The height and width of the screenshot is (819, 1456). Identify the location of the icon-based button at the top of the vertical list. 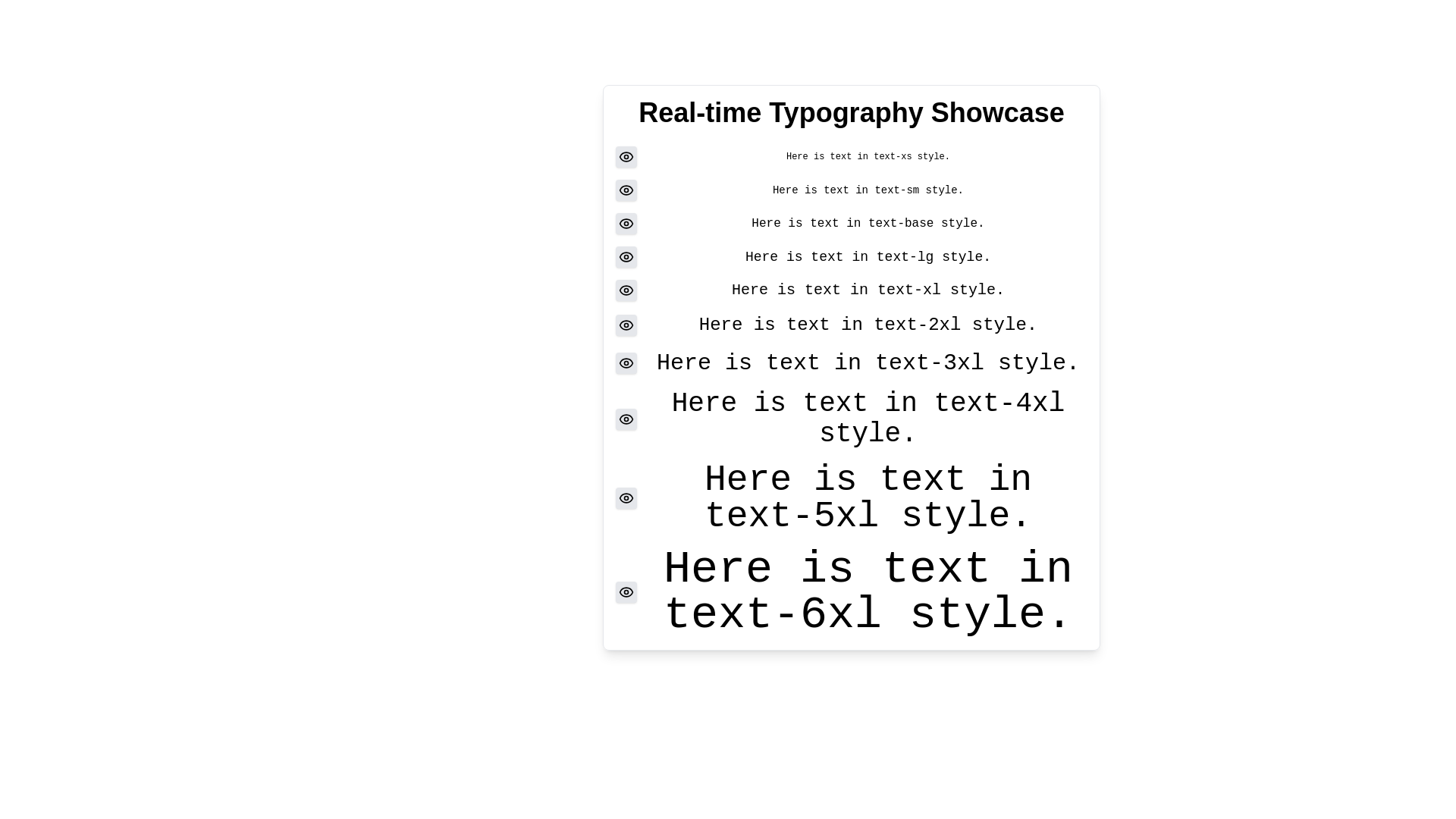
(626, 157).